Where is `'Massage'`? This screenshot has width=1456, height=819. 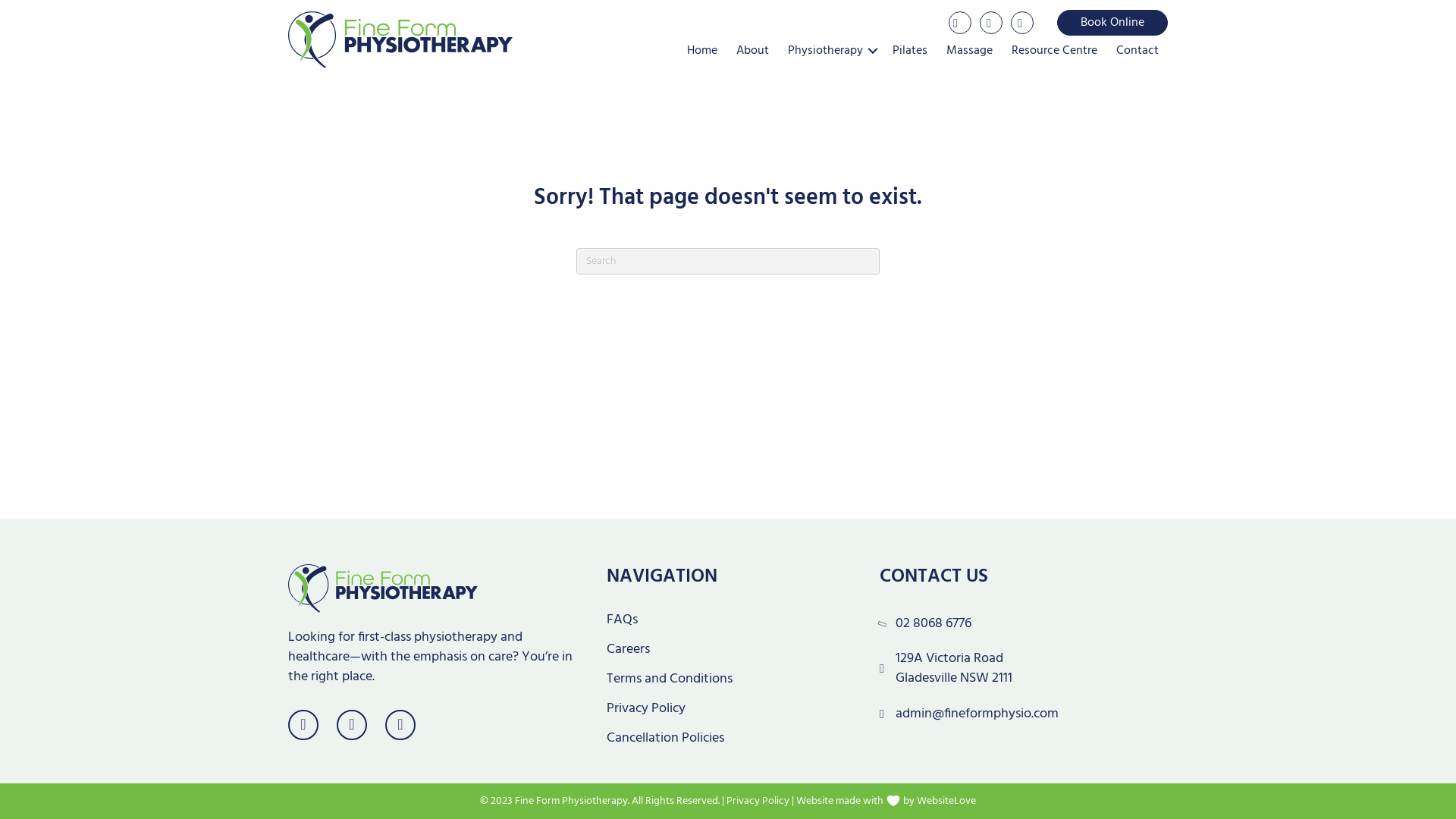
'Massage' is located at coordinates (968, 49).